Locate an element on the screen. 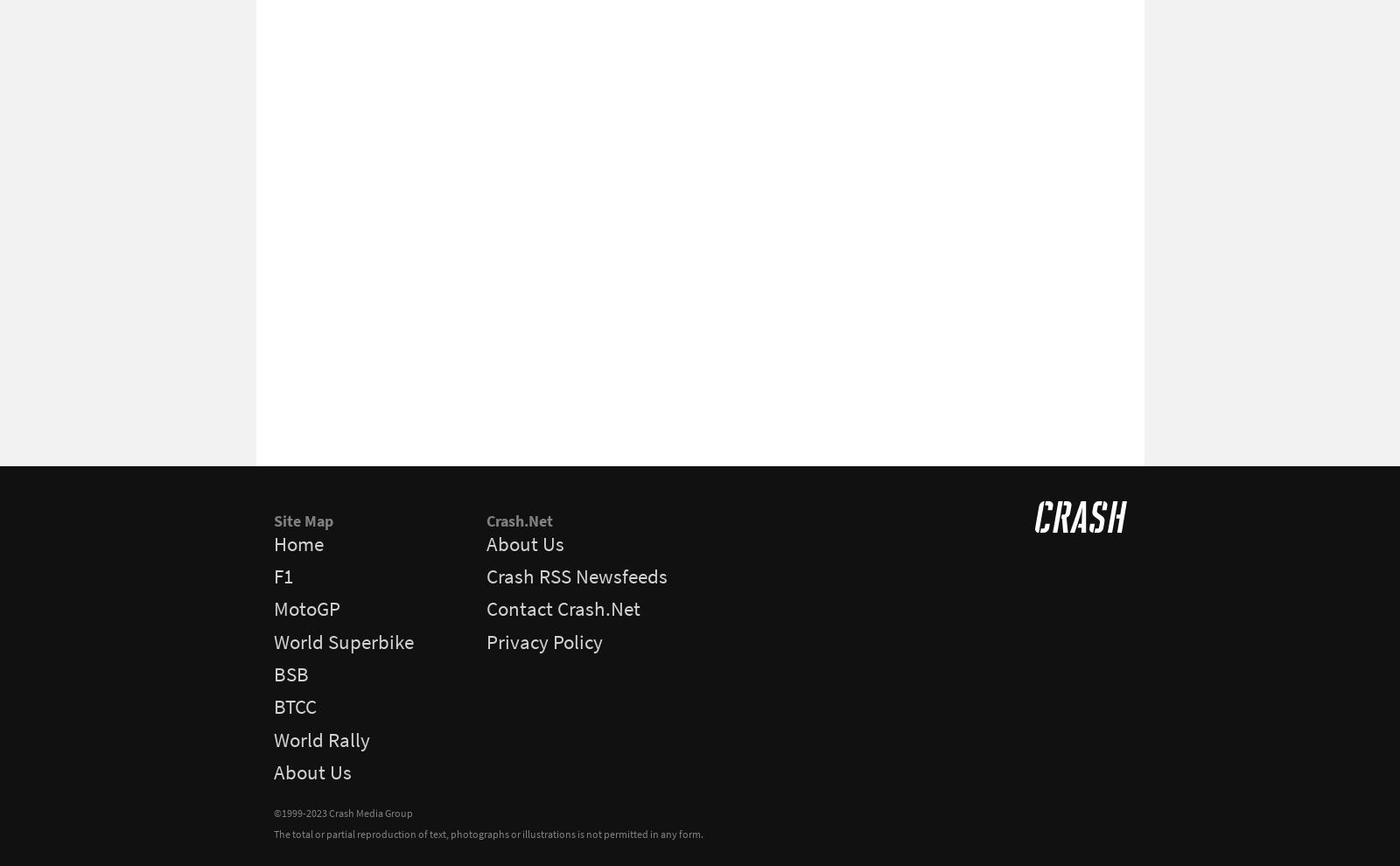  'World Superbike' is located at coordinates (273, 639).